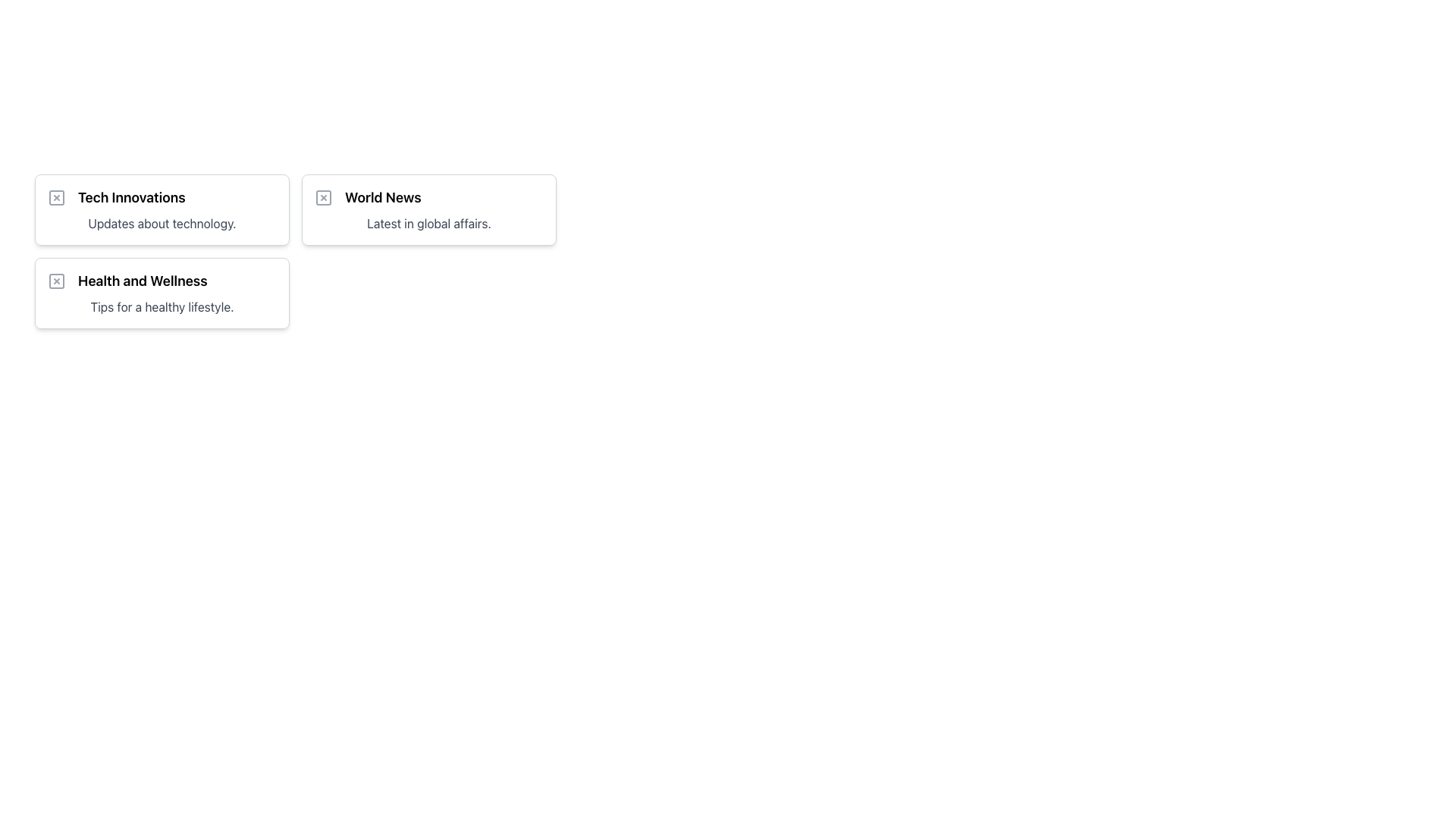 Image resolution: width=1456 pixels, height=819 pixels. Describe the element at coordinates (162, 293) in the screenshot. I see `to select or open the Informational card located in the bottom-left corner of the group, positioned below the 'Tech Innovations' card and to the left of the 'World News' card` at that location.